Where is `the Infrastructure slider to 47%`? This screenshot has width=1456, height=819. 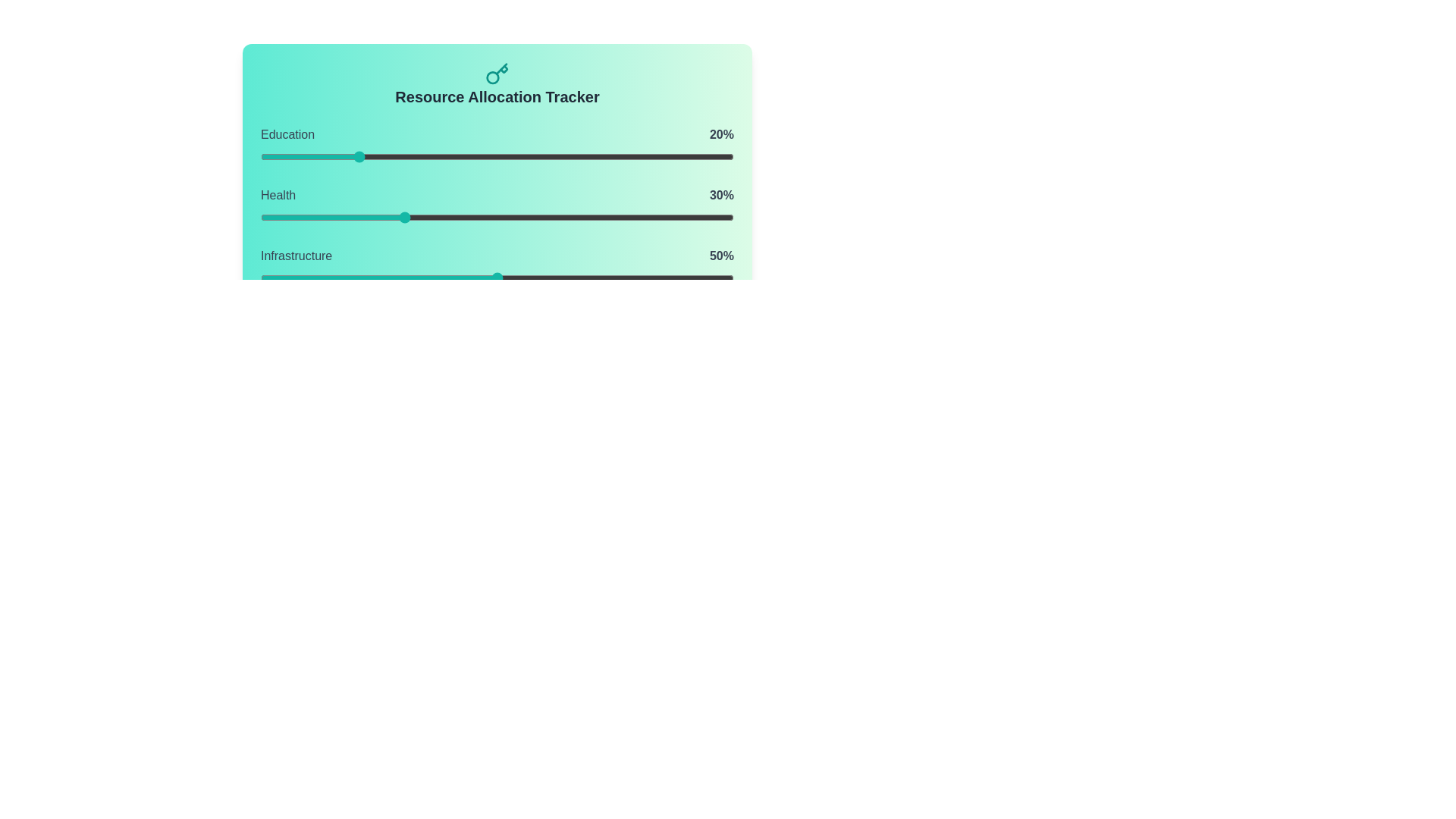 the Infrastructure slider to 47% is located at coordinates (482, 278).